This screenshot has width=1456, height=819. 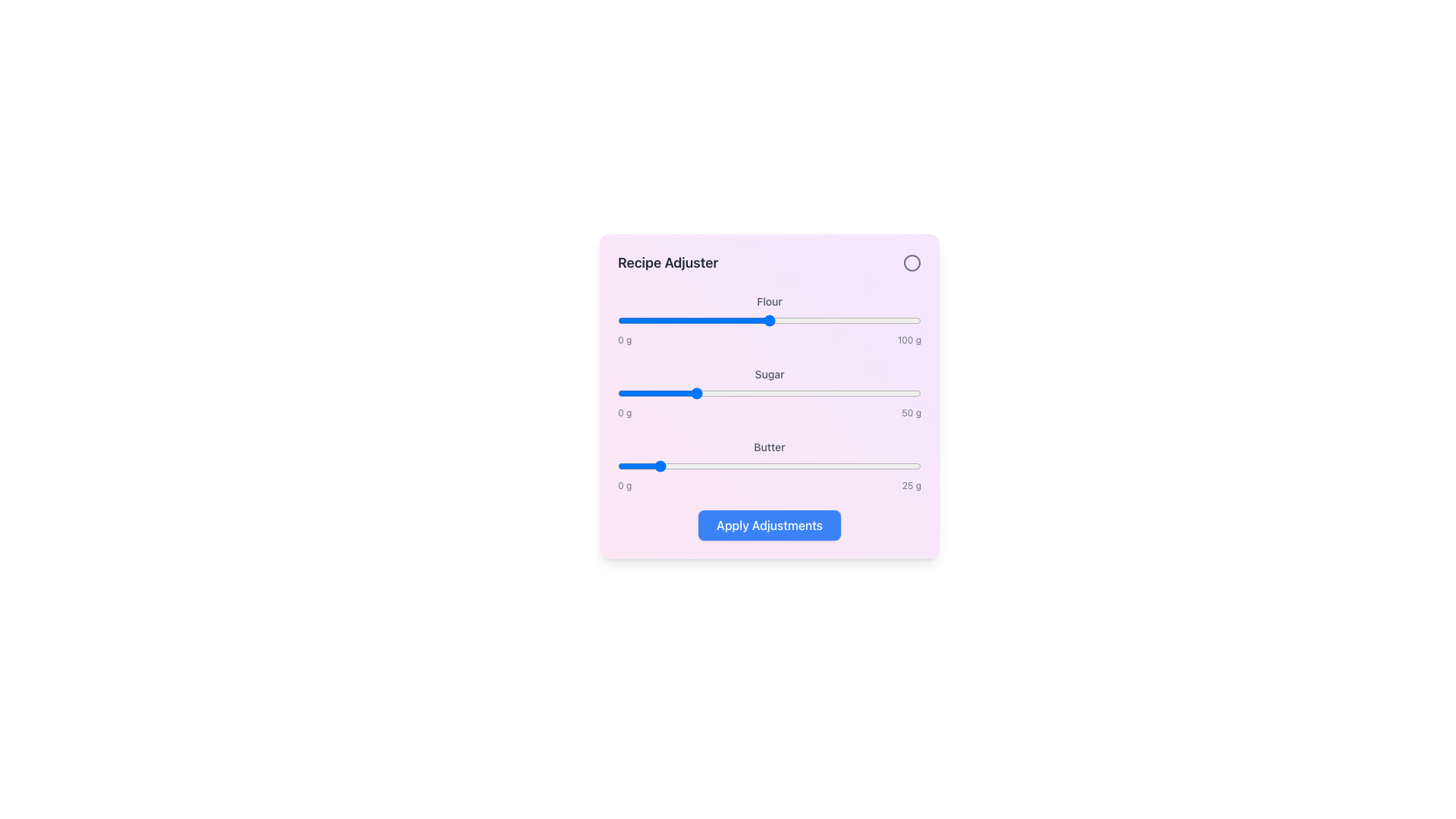 What do you see at coordinates (667, 262) in the screenshot?
I see `the static text label that serves as the title or header for the interface, indicating the purpose of the adjustment panel below` at bounding box center [667, 262].